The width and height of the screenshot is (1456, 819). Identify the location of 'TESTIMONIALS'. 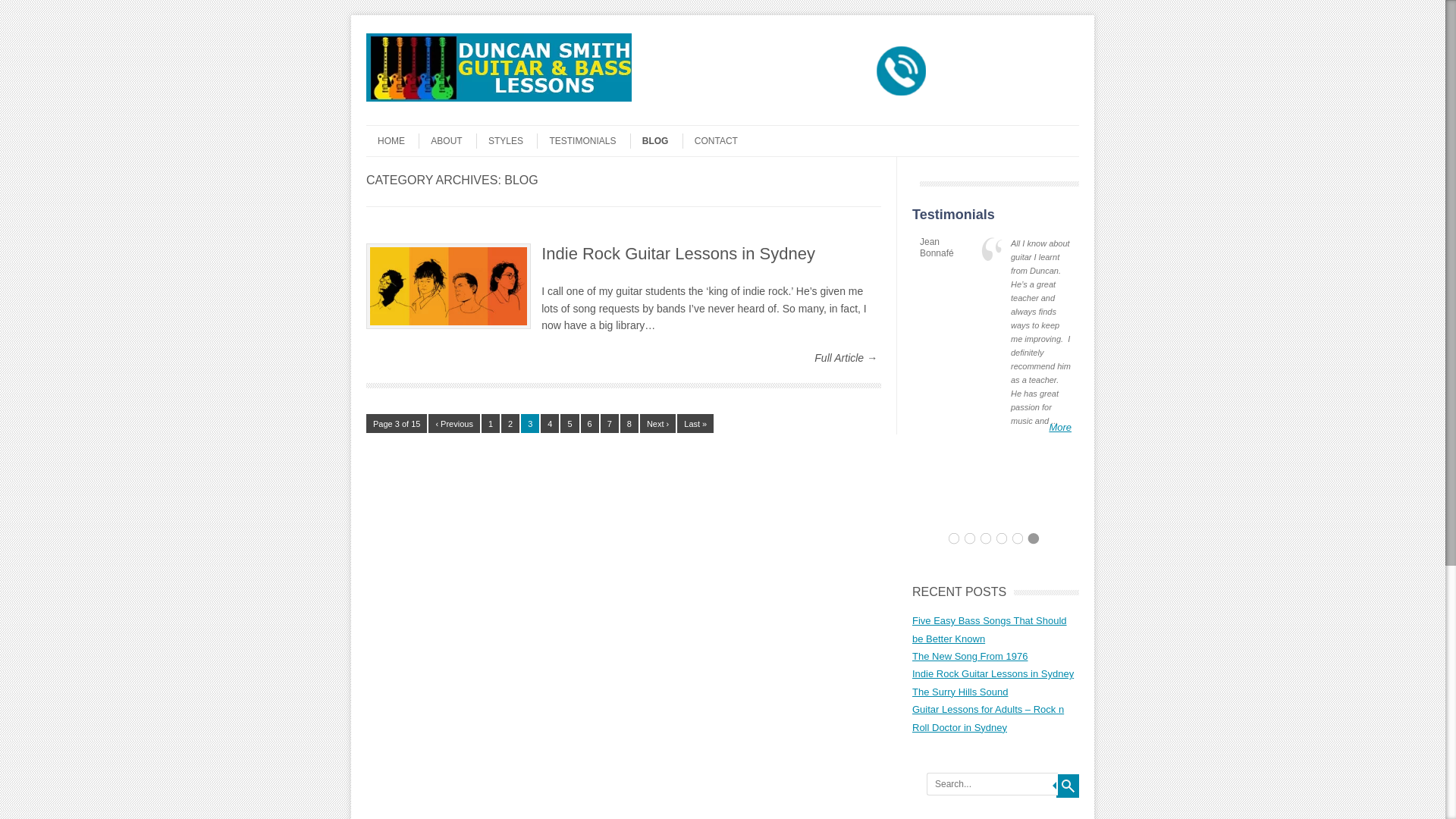
(537, 140).